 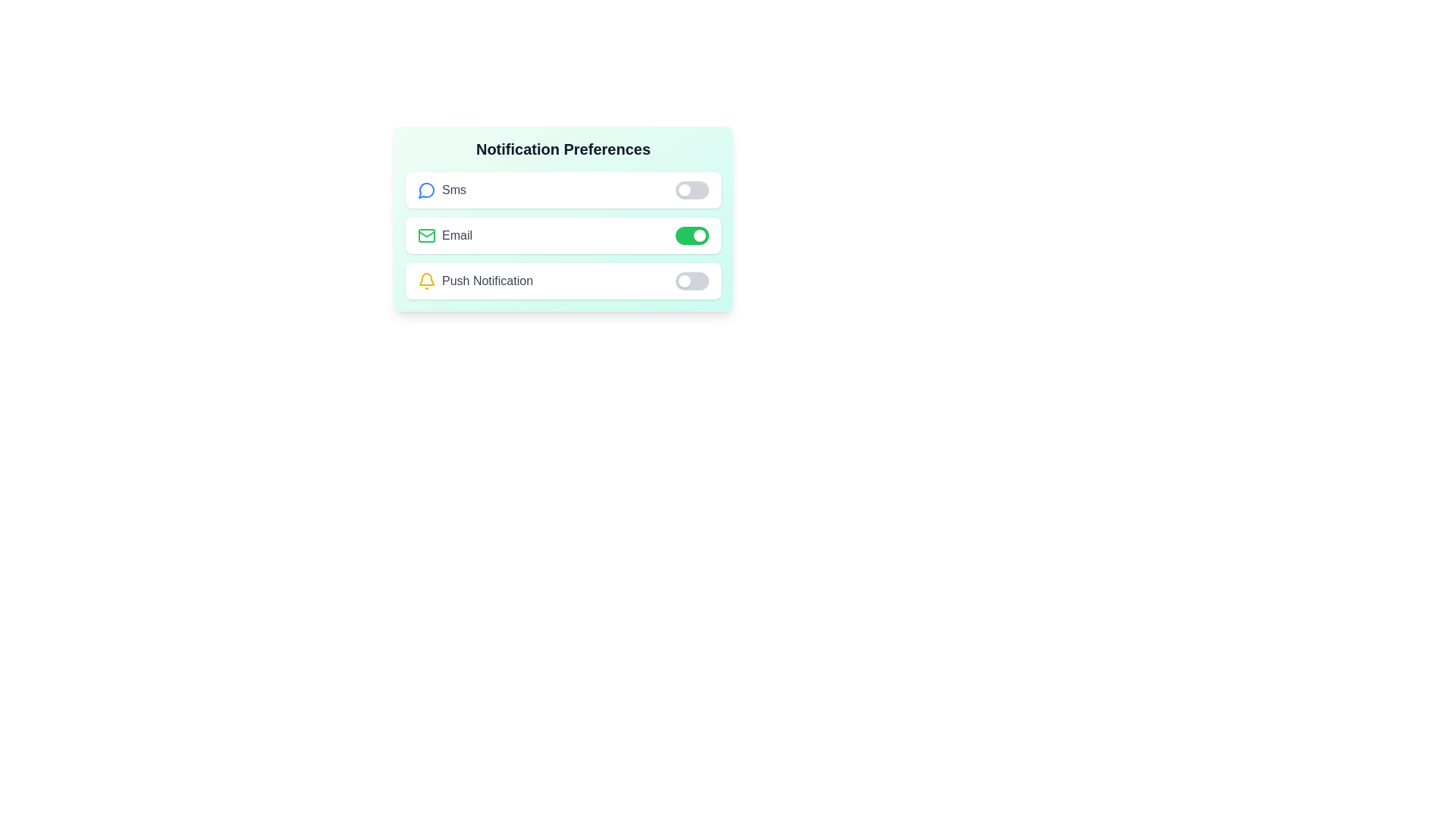 What do you see at coordinates (441, 189) in the screenshot?
I see `the 'sms' label with a message bubble icon, which is the first entry in the notification preference options list` at bounding box center [441, 189].